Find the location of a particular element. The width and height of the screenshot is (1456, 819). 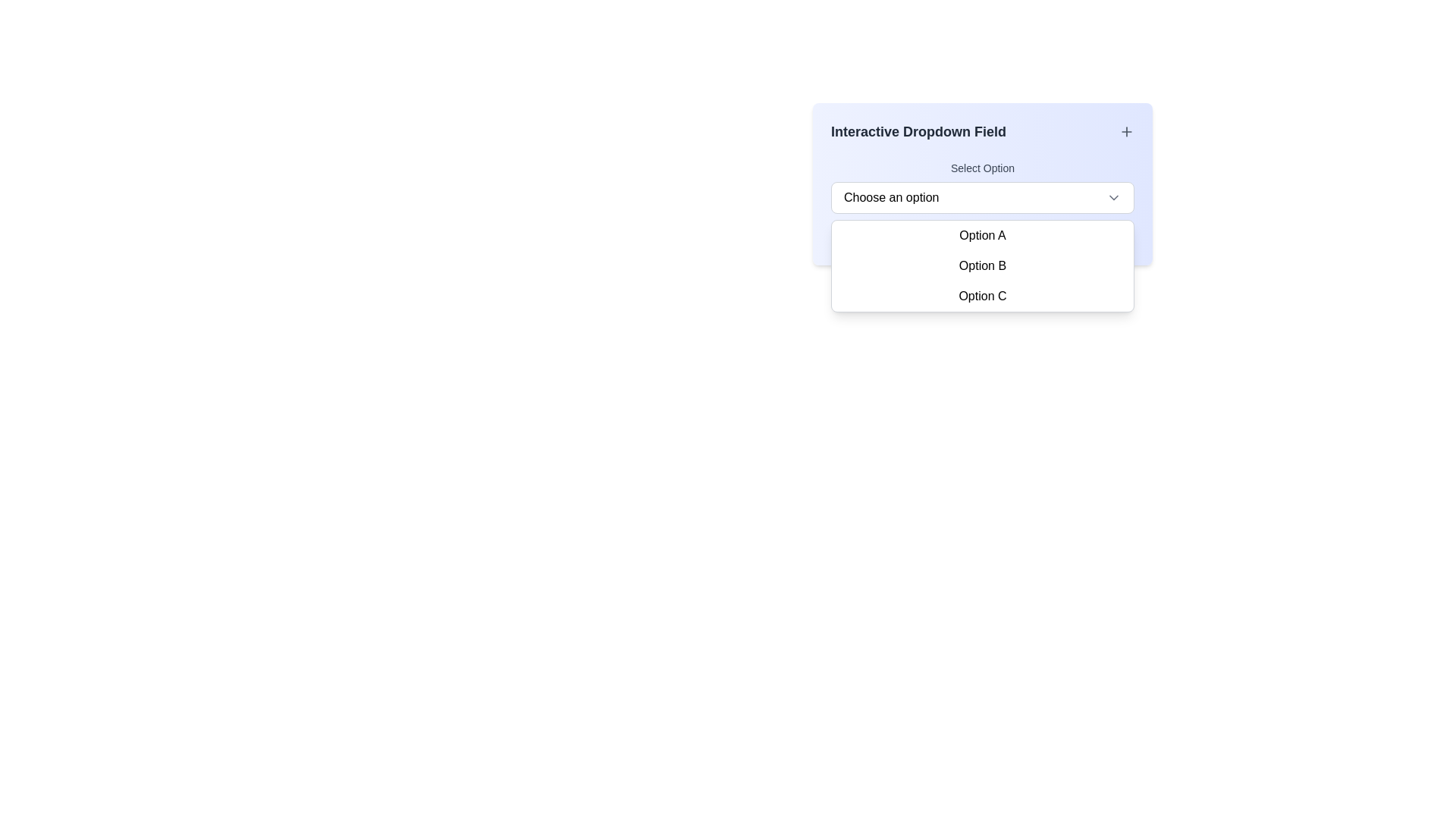

instructional text label that says 'Please select one of the options for further action.' located at the top of the dropdown interface is located at coordinates (968, 239).